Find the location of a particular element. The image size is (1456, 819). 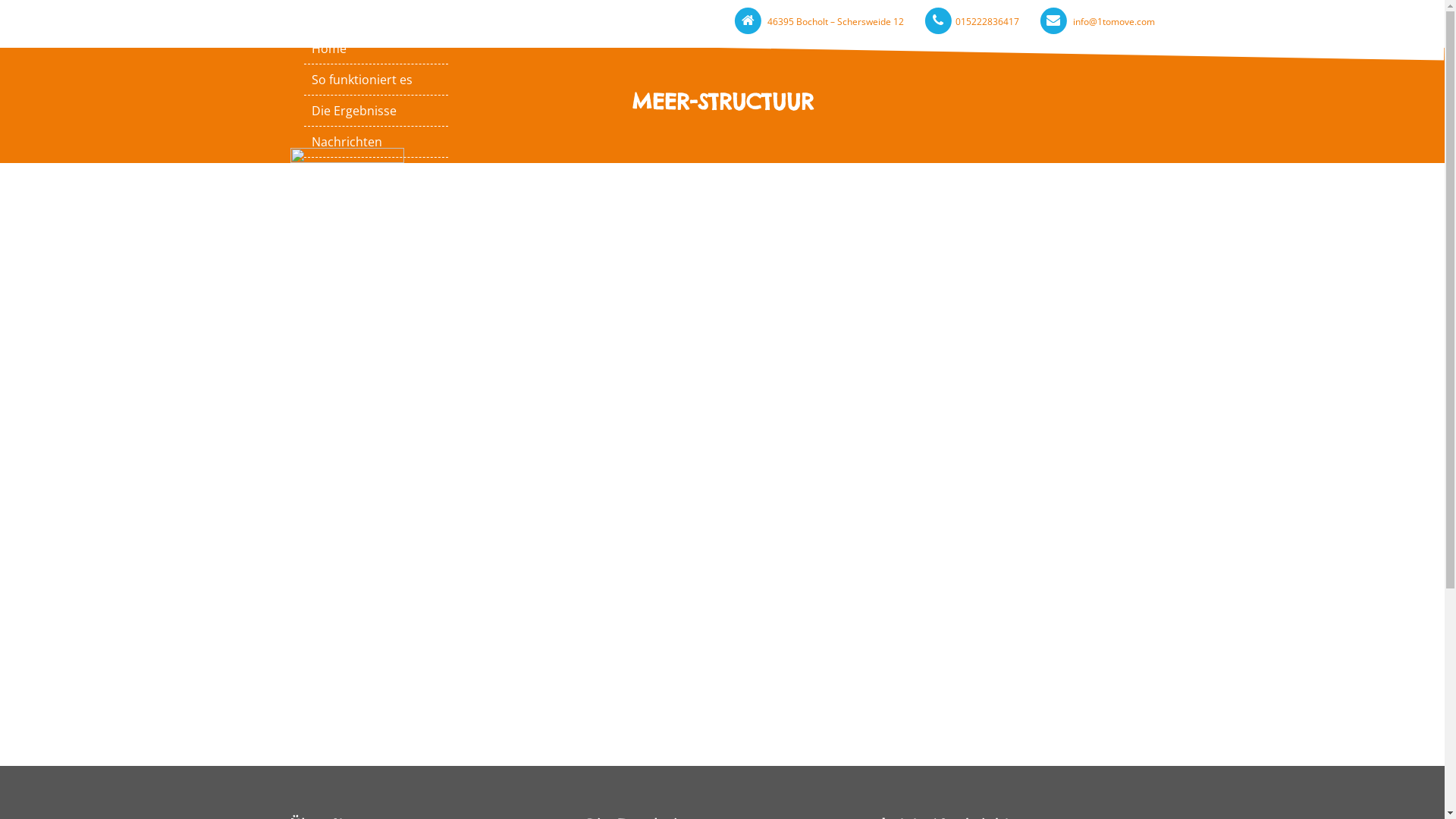

'Home' is located at coordinates (375, 48).